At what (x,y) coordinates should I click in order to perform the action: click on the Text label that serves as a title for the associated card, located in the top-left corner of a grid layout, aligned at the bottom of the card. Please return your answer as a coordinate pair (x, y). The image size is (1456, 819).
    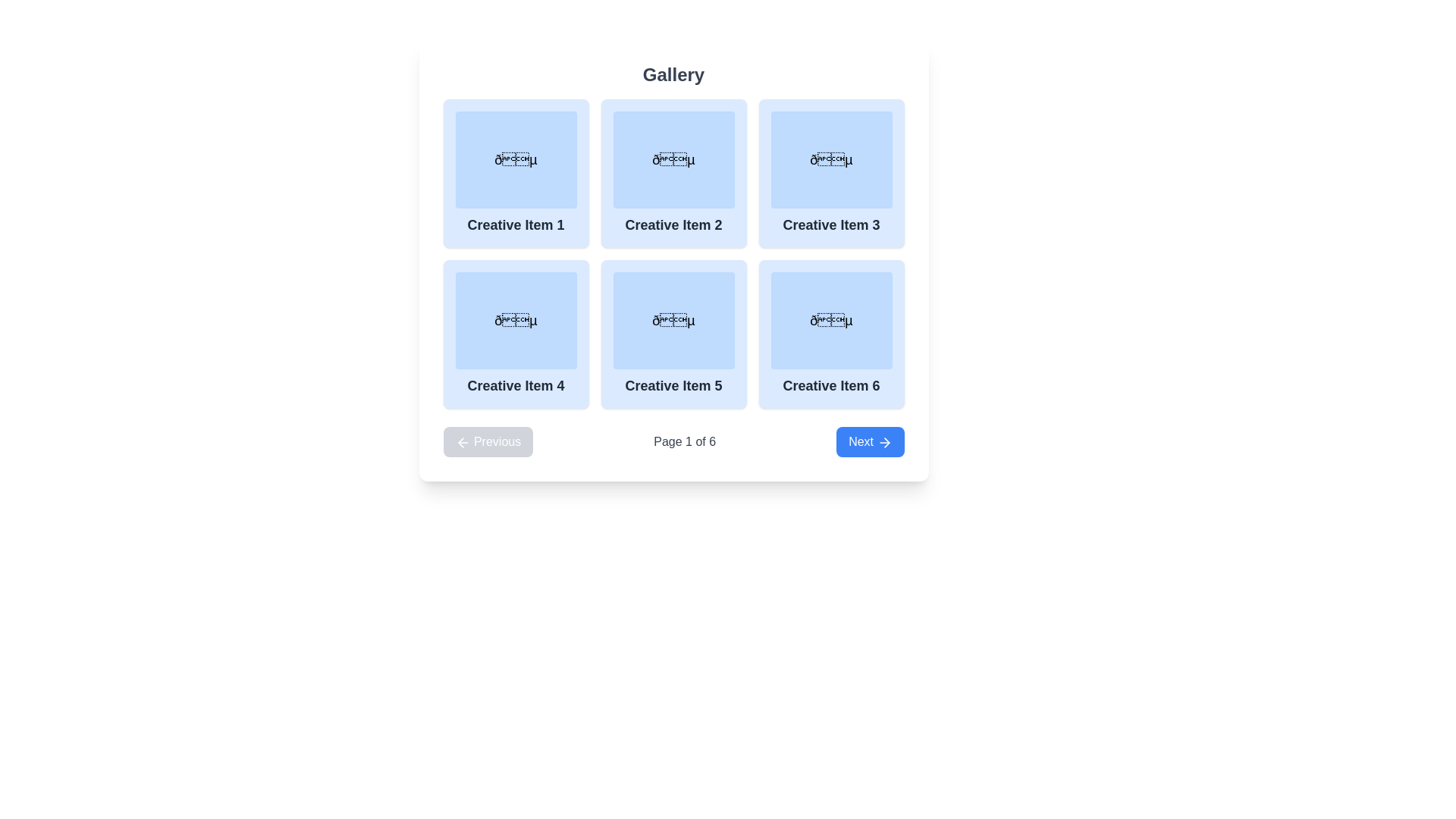
    Looking at the image, I should click on (516, 225).